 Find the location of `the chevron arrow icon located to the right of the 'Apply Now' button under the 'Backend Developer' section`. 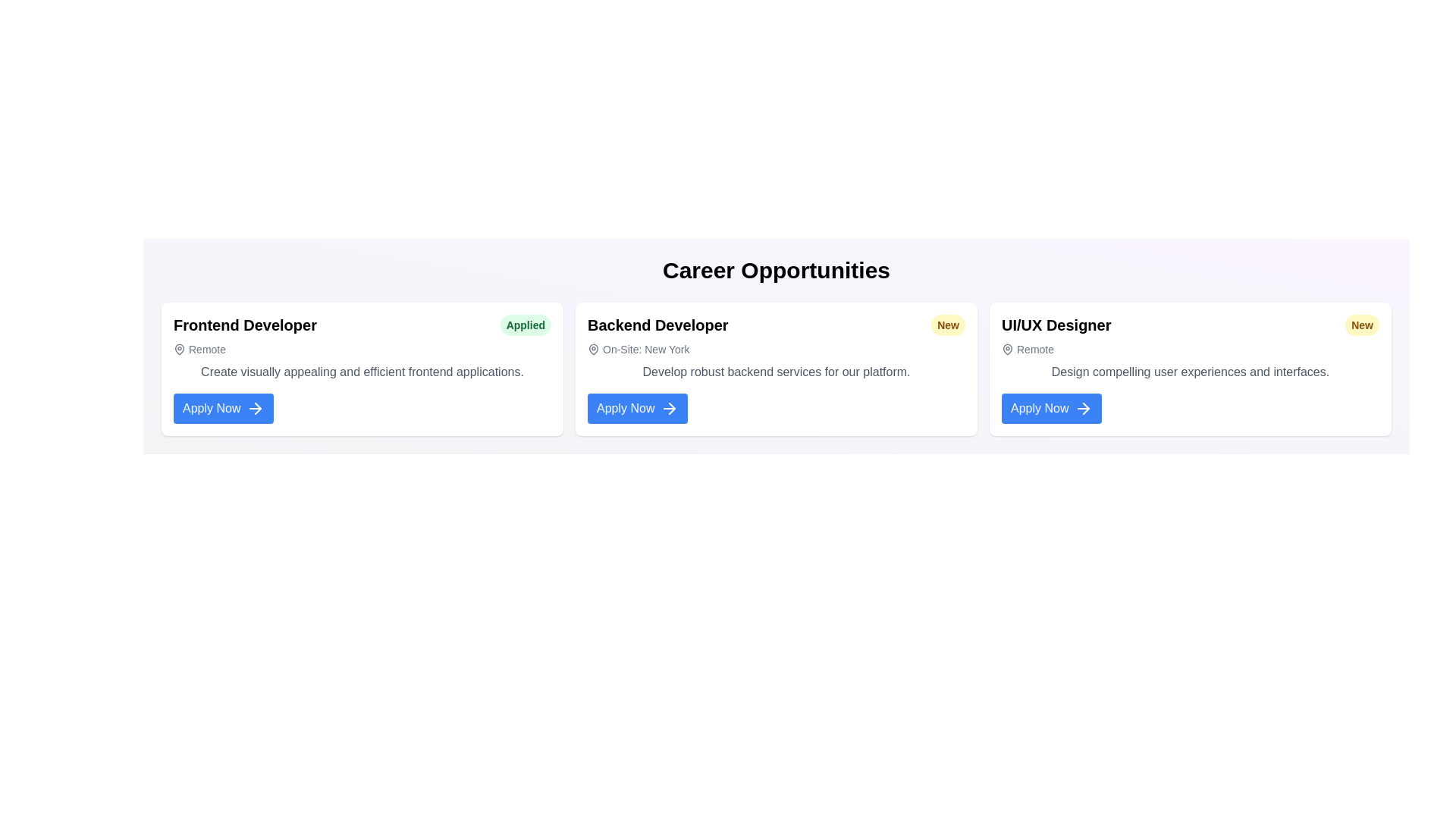

the chevron arrow icon located to the right of the 'Apply Now' button under the 'Backend Developer' section is located at coordinates (672, 408).